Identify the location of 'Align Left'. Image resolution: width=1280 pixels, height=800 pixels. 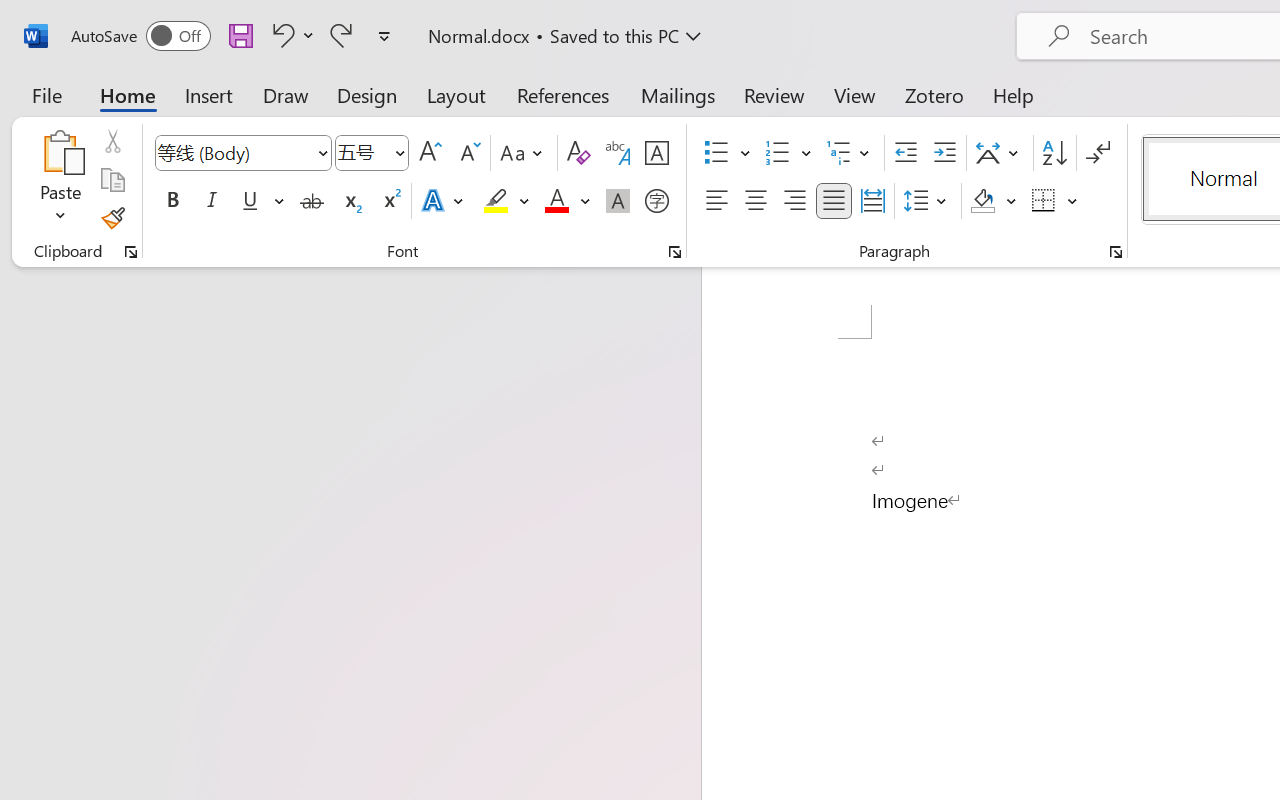
(716, 201).